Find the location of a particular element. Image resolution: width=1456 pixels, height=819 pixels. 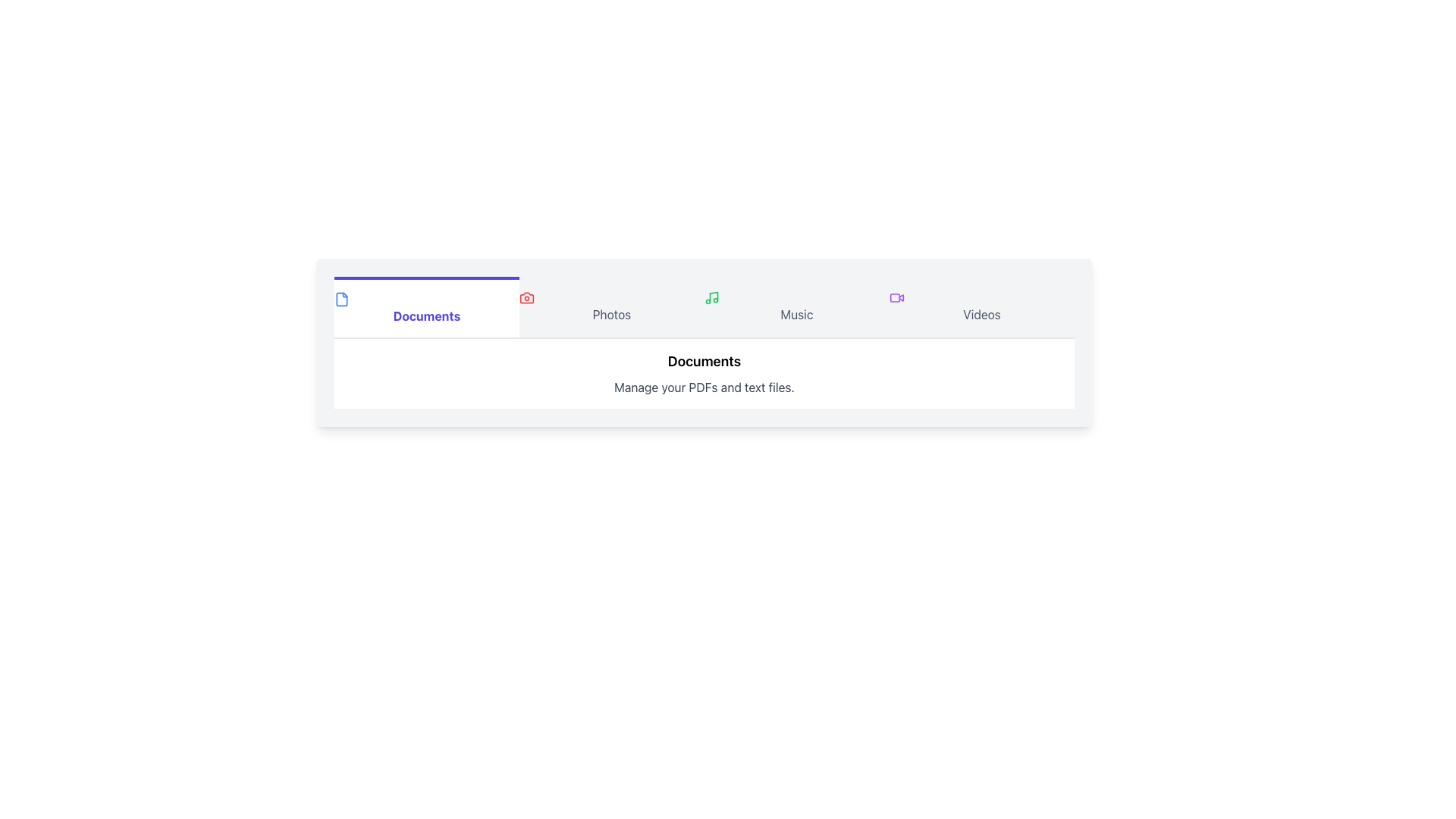

the 'Documents' label is located at coordinates (425, 315).